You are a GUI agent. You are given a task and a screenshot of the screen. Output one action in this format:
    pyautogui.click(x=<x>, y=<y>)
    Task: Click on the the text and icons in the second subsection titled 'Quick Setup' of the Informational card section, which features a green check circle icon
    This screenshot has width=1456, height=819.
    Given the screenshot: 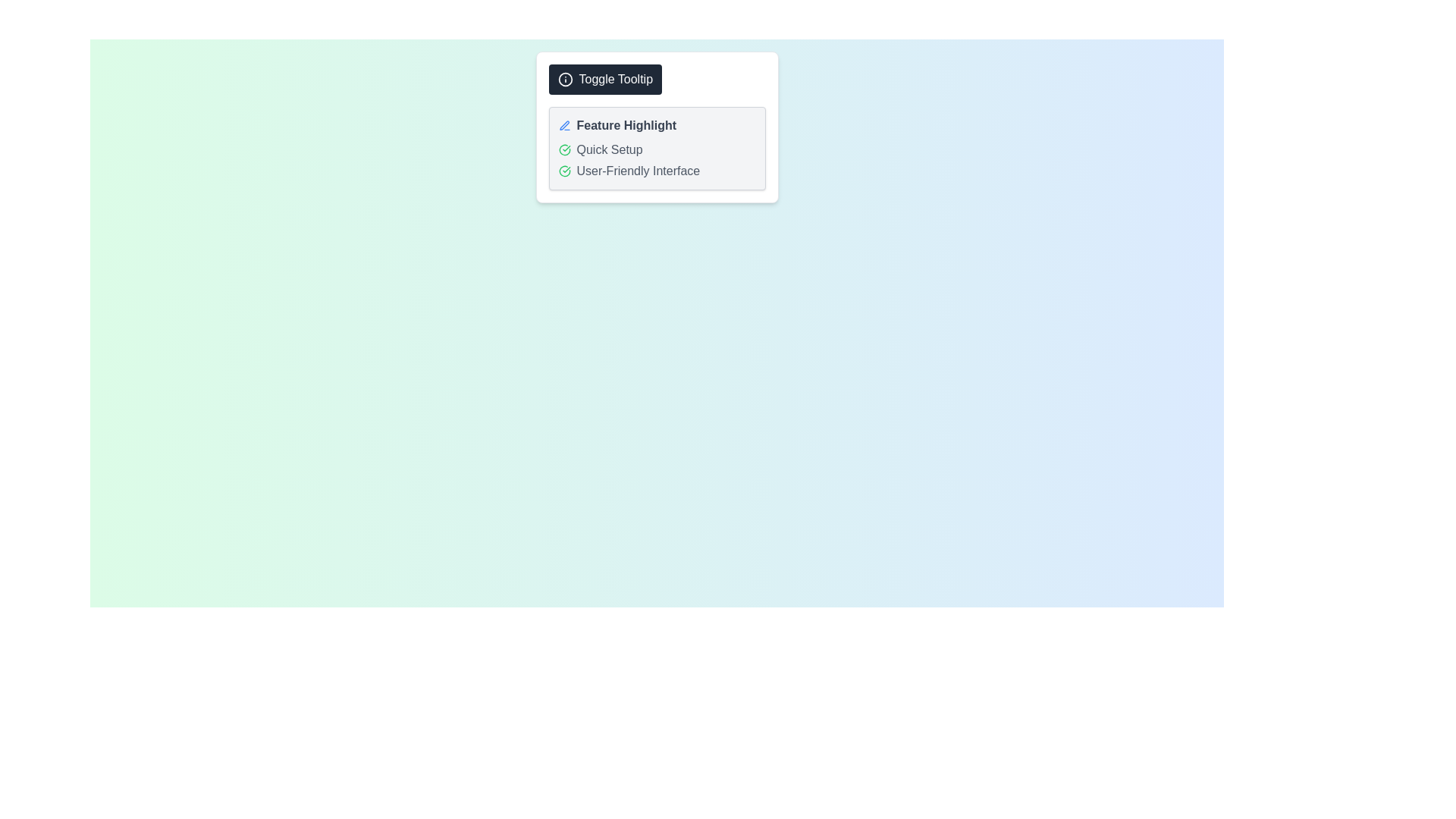 What is the action you would take?
    pyautogui.click(x=657, y=149)
    